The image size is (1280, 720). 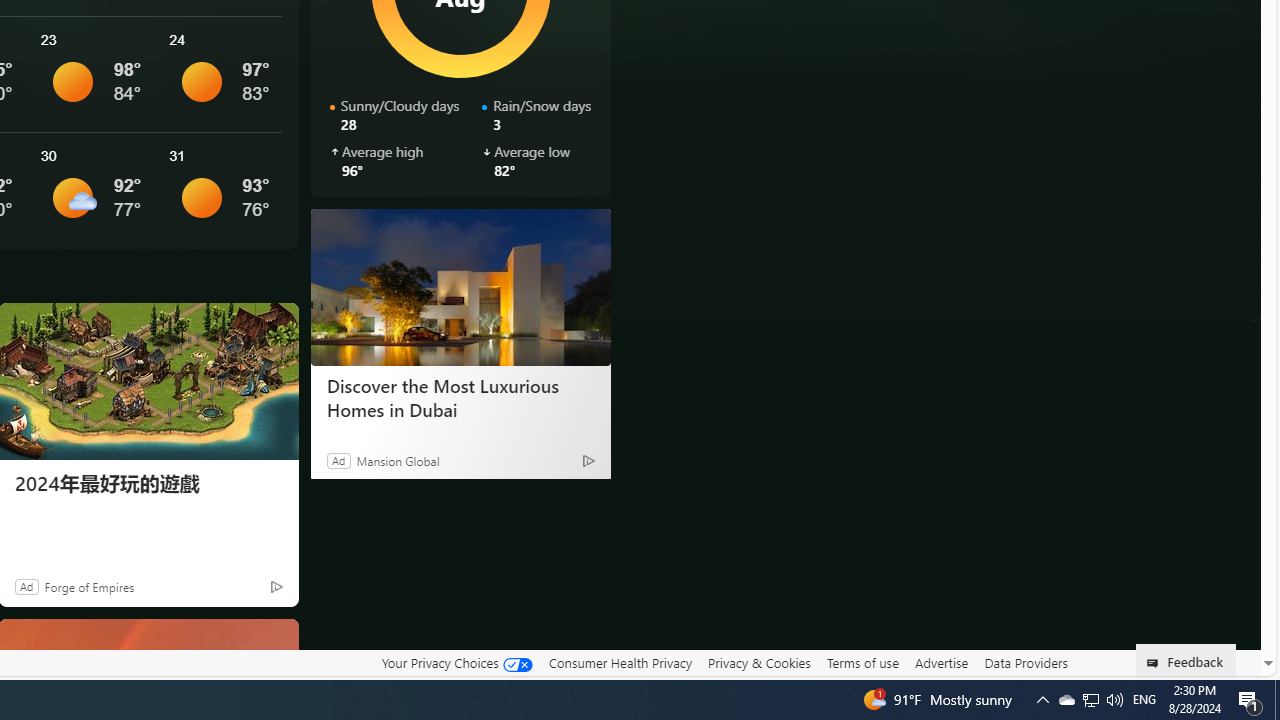 I want to click on 'Terms of use', so click(x=862, y=662).